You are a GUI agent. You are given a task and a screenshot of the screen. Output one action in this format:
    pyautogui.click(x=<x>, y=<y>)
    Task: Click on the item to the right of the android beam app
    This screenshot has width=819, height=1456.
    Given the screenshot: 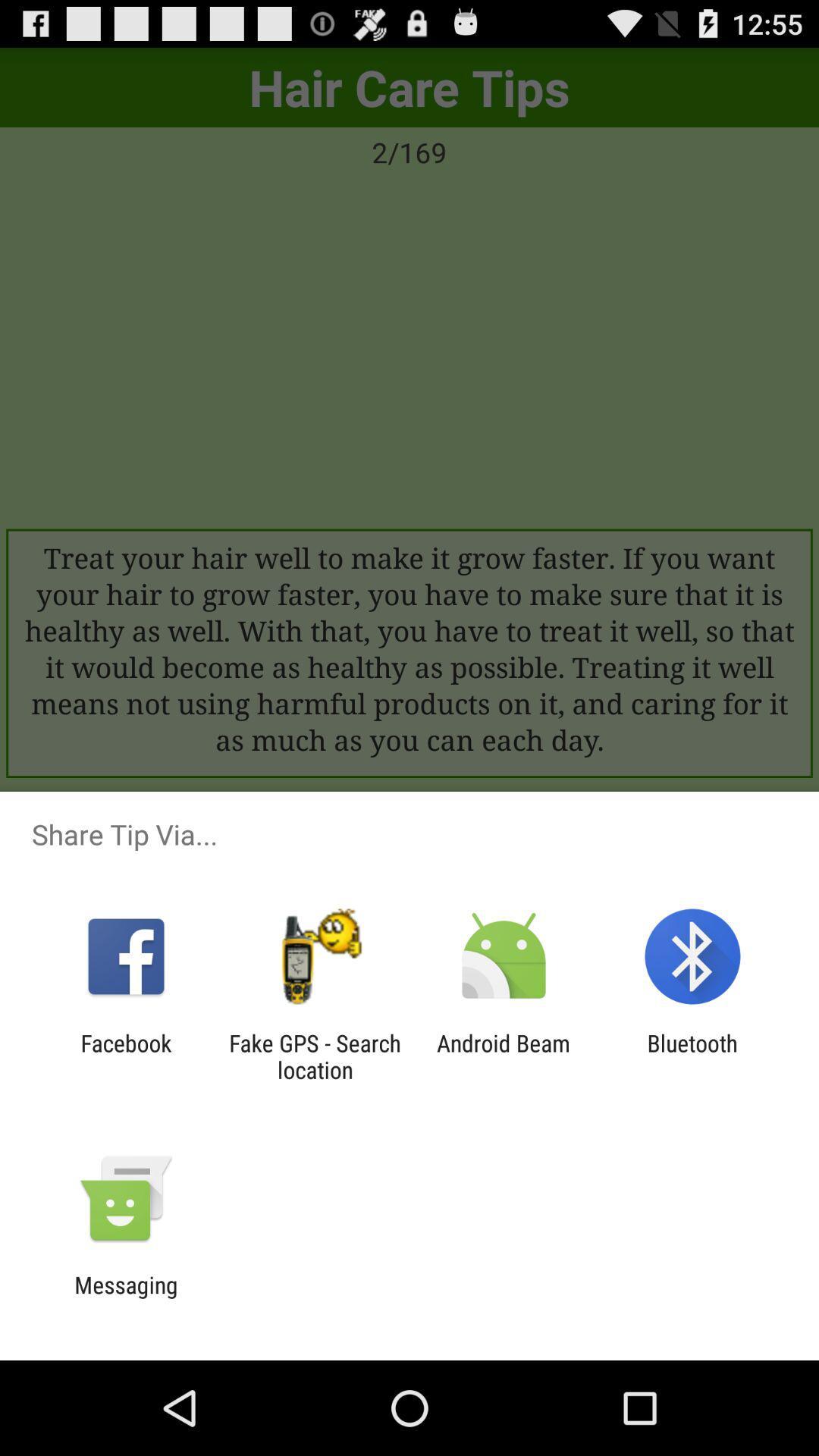 What is the action you would take?
    pyautogui.click(x=692, y=1056)
    